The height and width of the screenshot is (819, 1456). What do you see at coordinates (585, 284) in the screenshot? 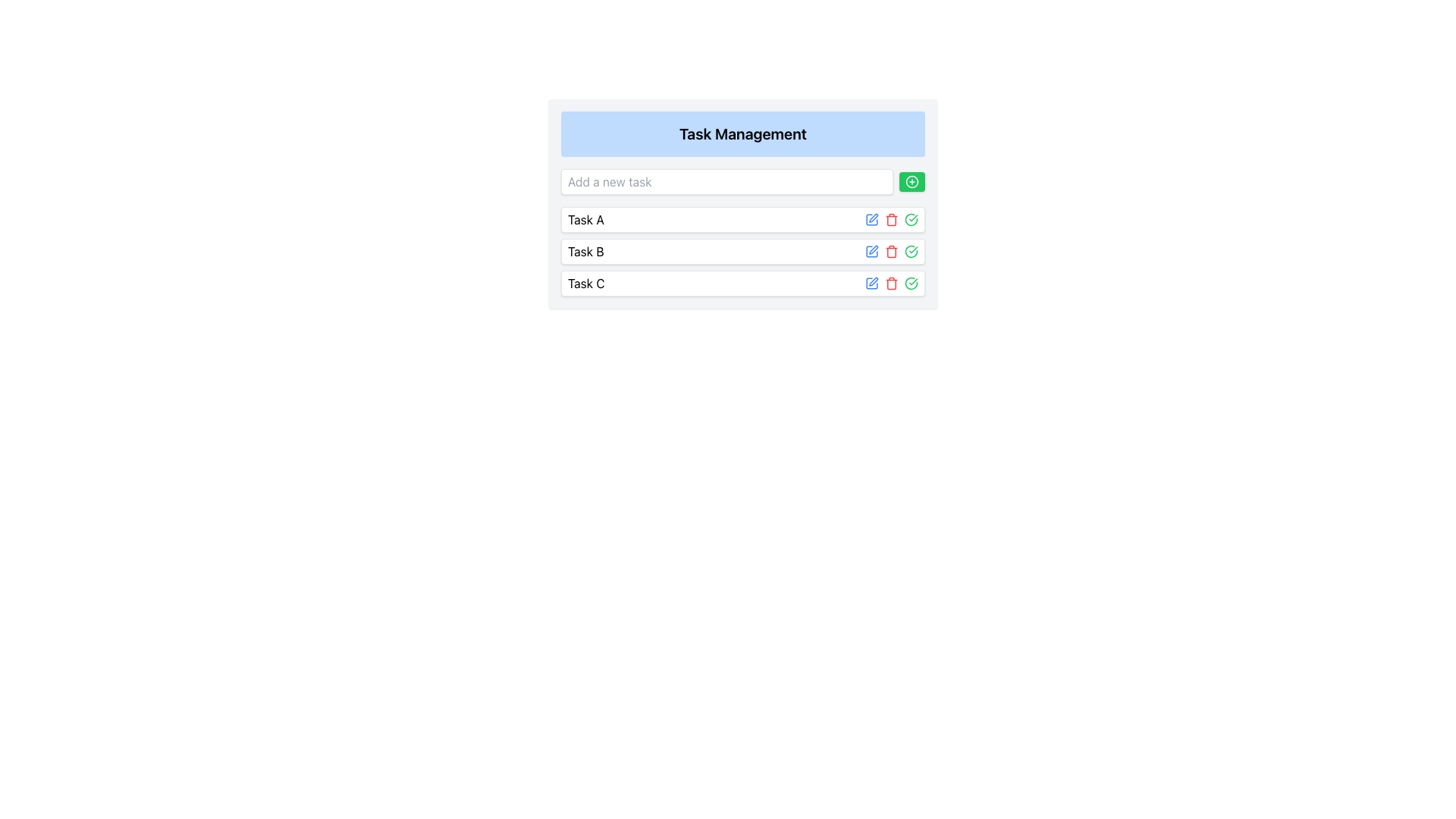
I see `the text label representing the third task in the task management interface` at bounding box center [585, 284].